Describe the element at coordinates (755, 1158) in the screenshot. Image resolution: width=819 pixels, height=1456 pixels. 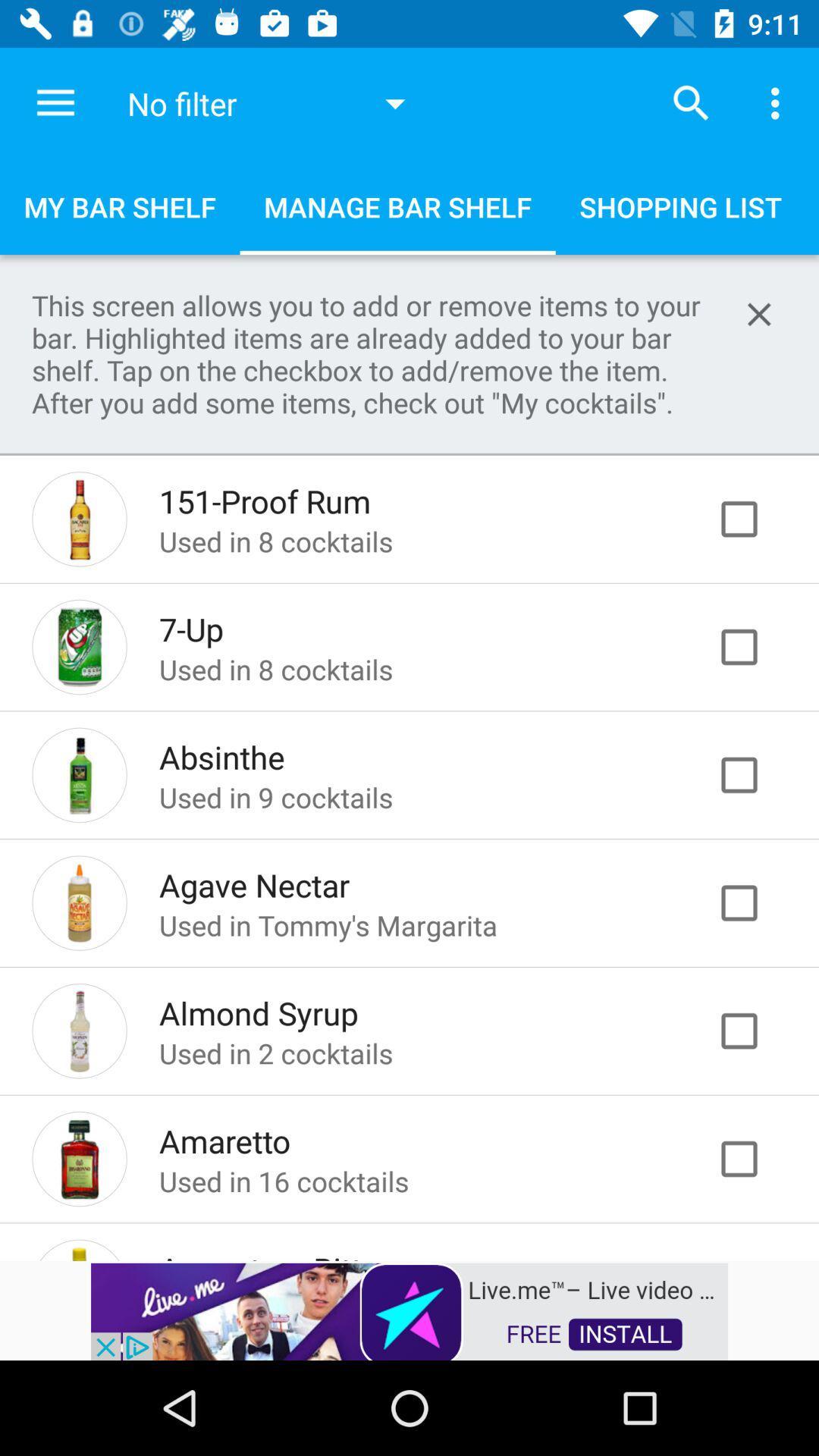
I see `item` at that location.